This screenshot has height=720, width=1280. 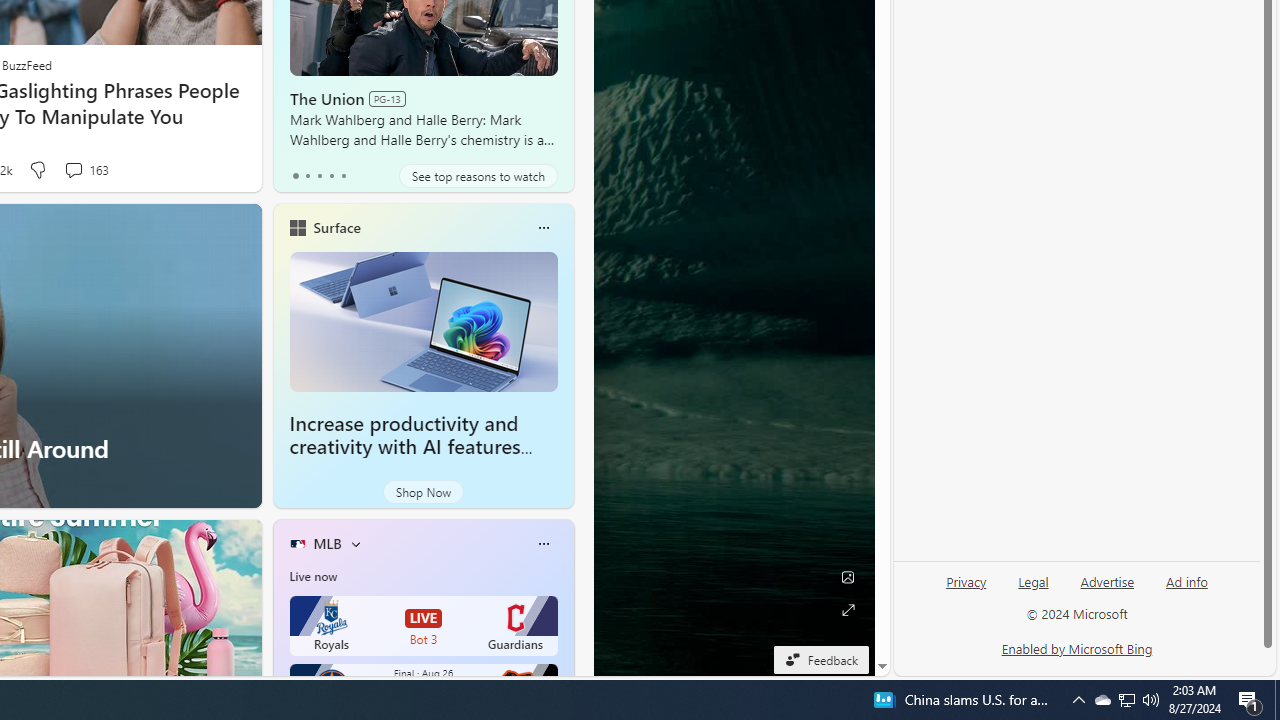 What do you see at coordinates (343, 175) in the screenshot?
I see `'tab-4'` at bounding box center [343, 175].